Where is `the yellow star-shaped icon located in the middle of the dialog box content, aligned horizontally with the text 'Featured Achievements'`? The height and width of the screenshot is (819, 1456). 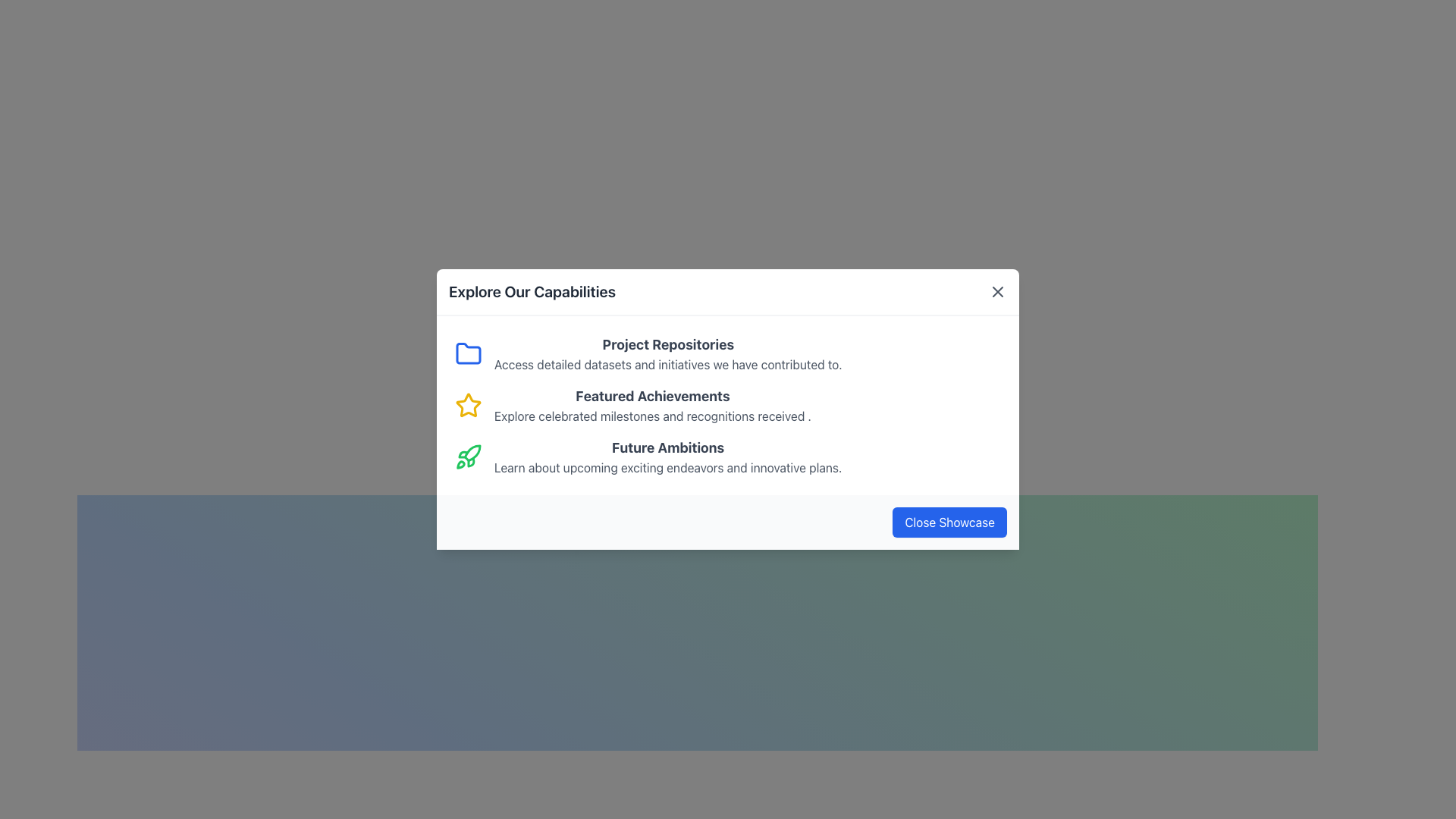 the yellow star-shaped icon located in the middle of the dialog box content, aligned horizontally with the text 'Featured Achievements' is located at coordinates (468, 404).